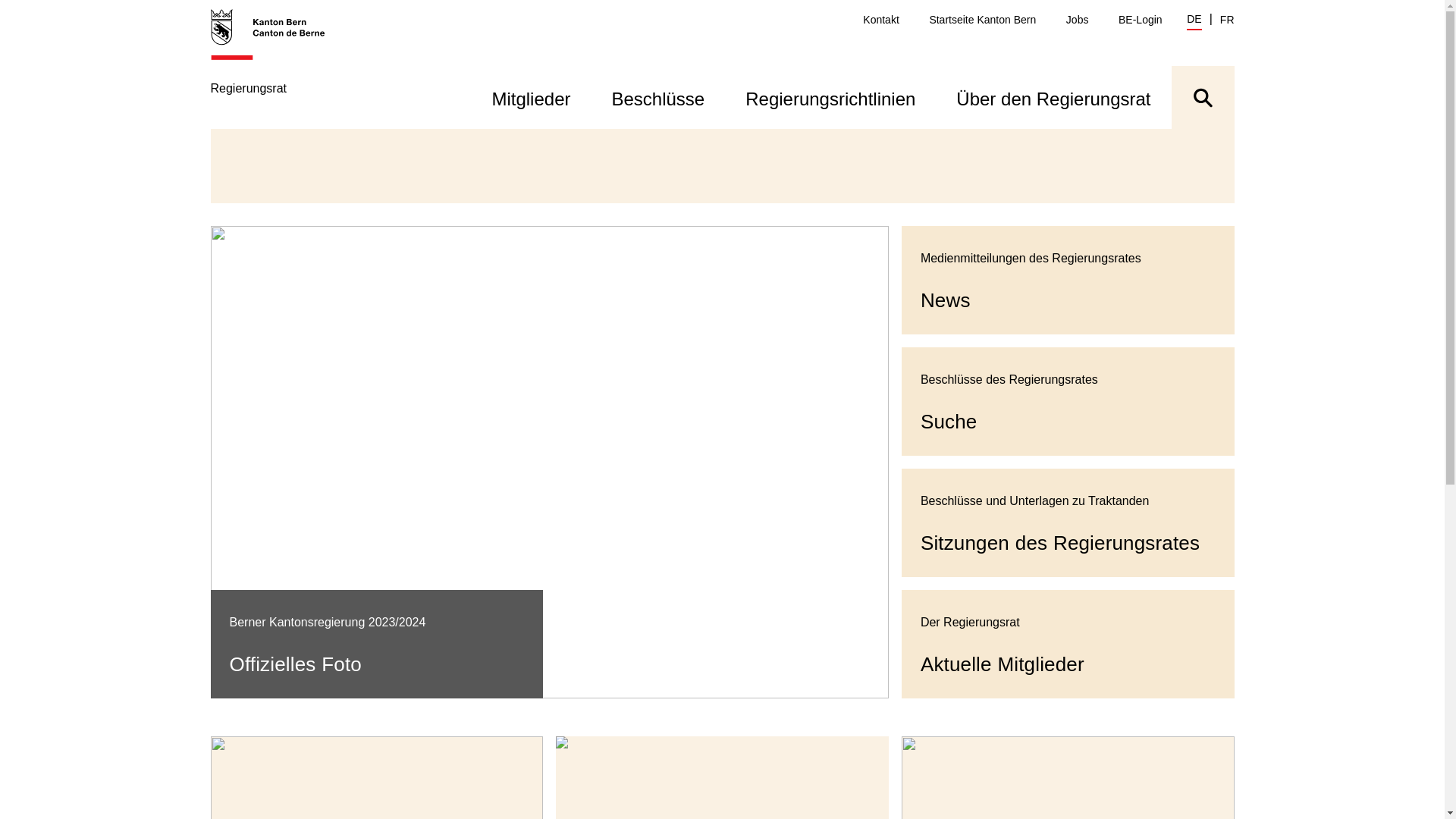  What do you see at coordinates (829, 97) in the screenshot?
I see `'Regierungsrichtlinien'` at bounding box center [829, 97].